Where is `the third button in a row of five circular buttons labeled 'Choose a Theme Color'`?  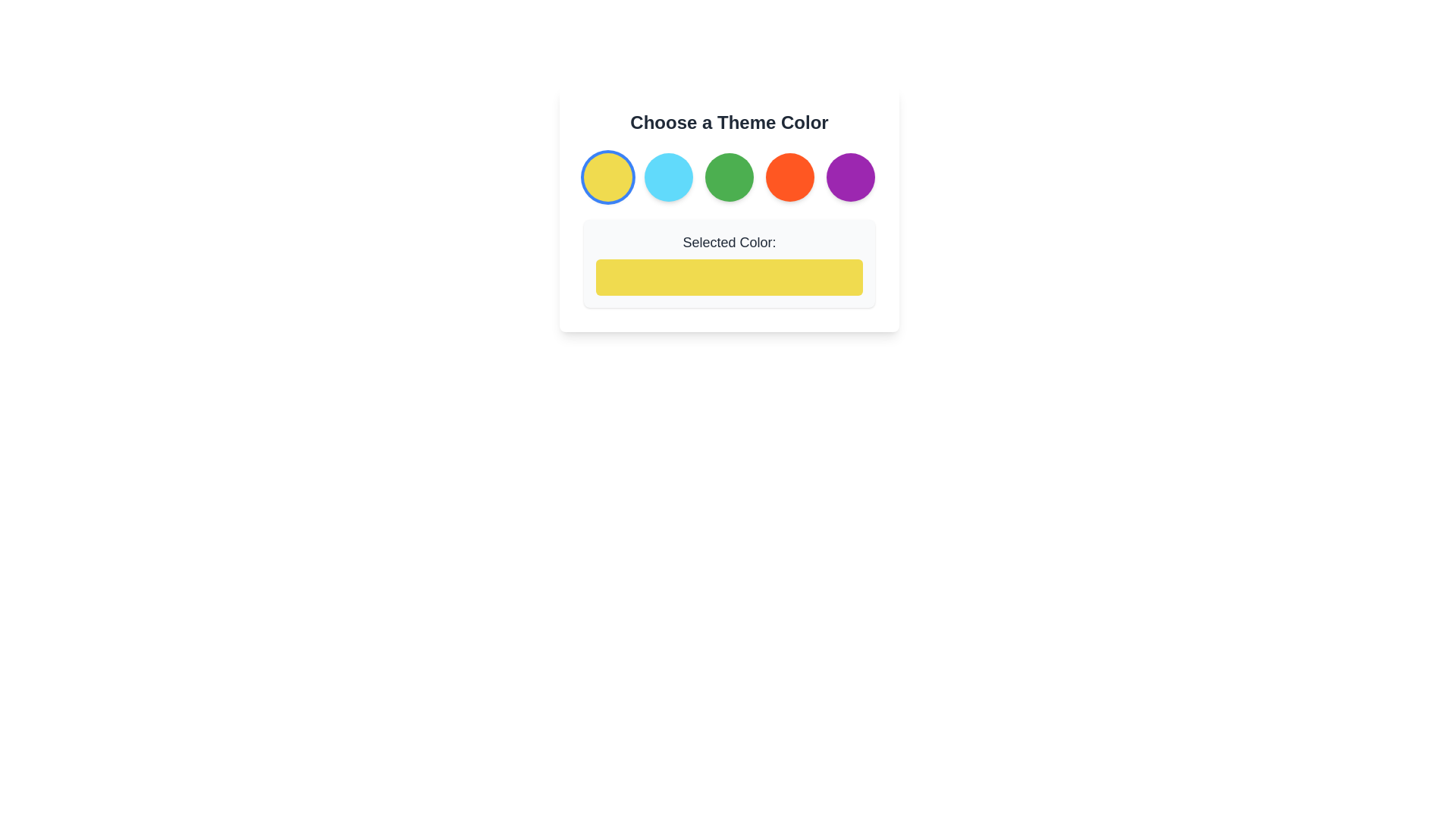
the third button in a row of five circular buttons labeled 'Choose a Theme Color' is located at coordinates (729, 177).